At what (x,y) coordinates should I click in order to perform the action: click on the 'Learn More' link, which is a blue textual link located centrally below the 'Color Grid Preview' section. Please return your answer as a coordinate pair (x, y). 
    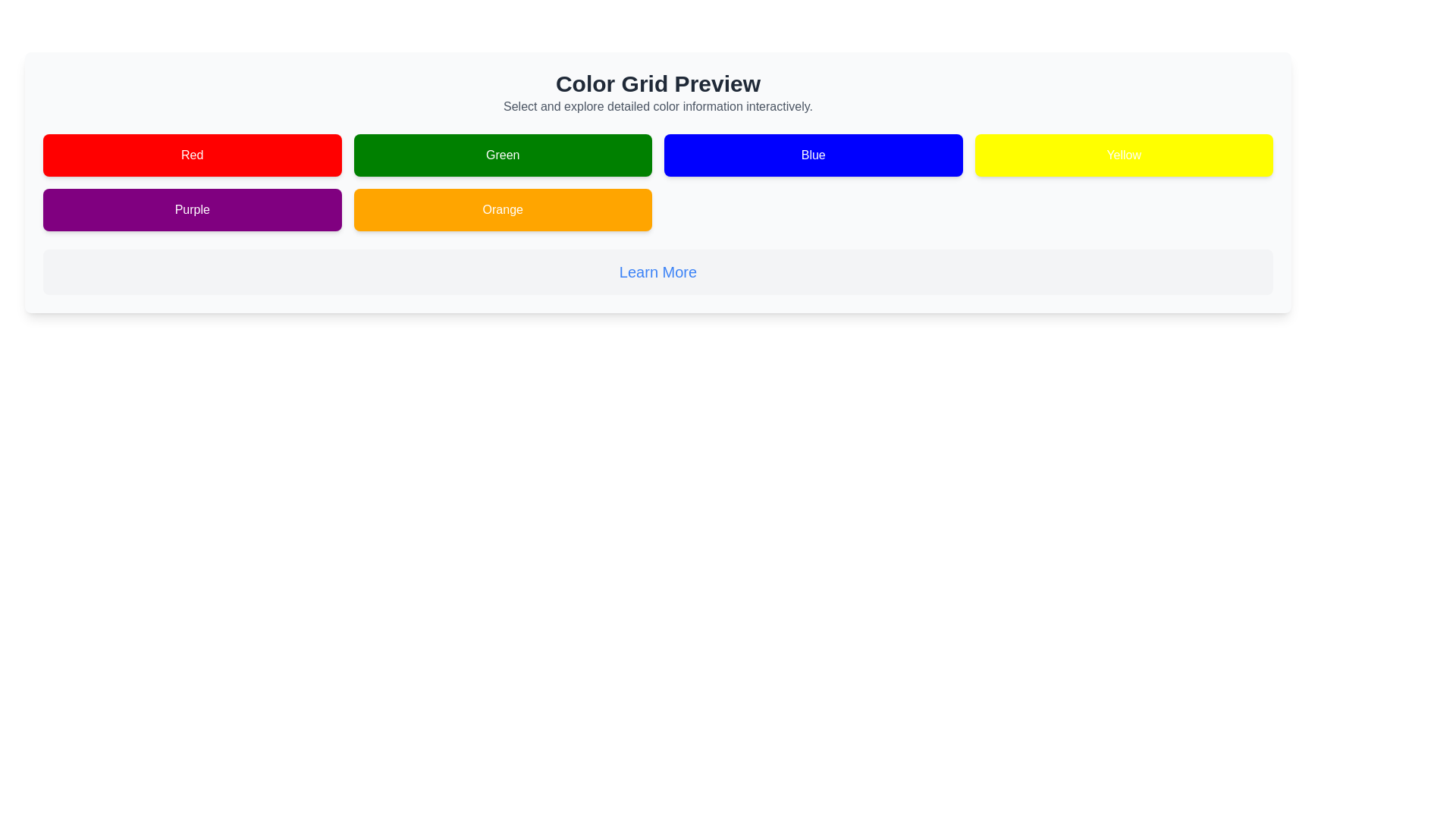
    Looking at the image, I should click on (658, 271).